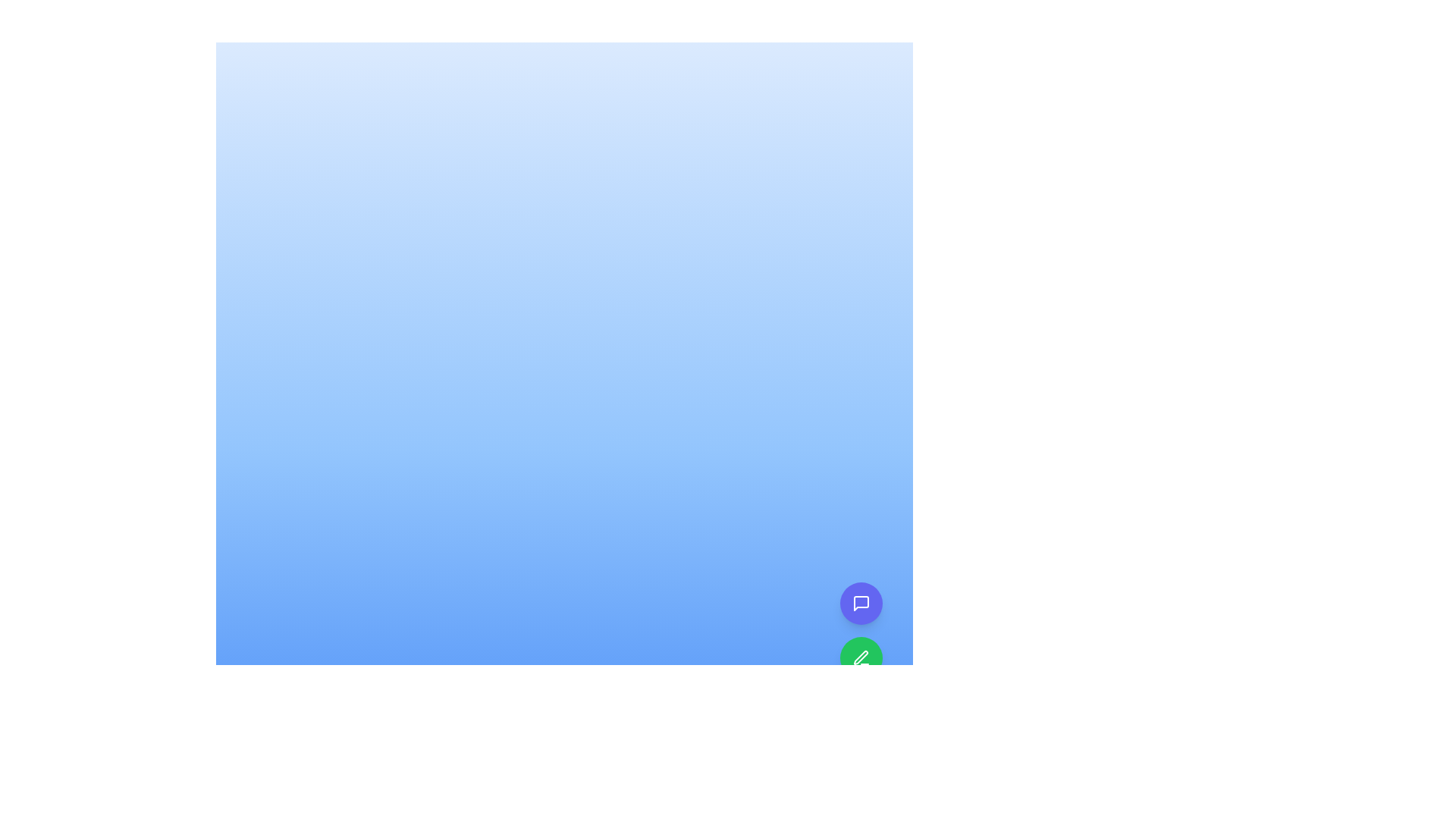  I want to click on the second button located in the bottom right corner of the interface, which features a pen icon, so click(861, 657).